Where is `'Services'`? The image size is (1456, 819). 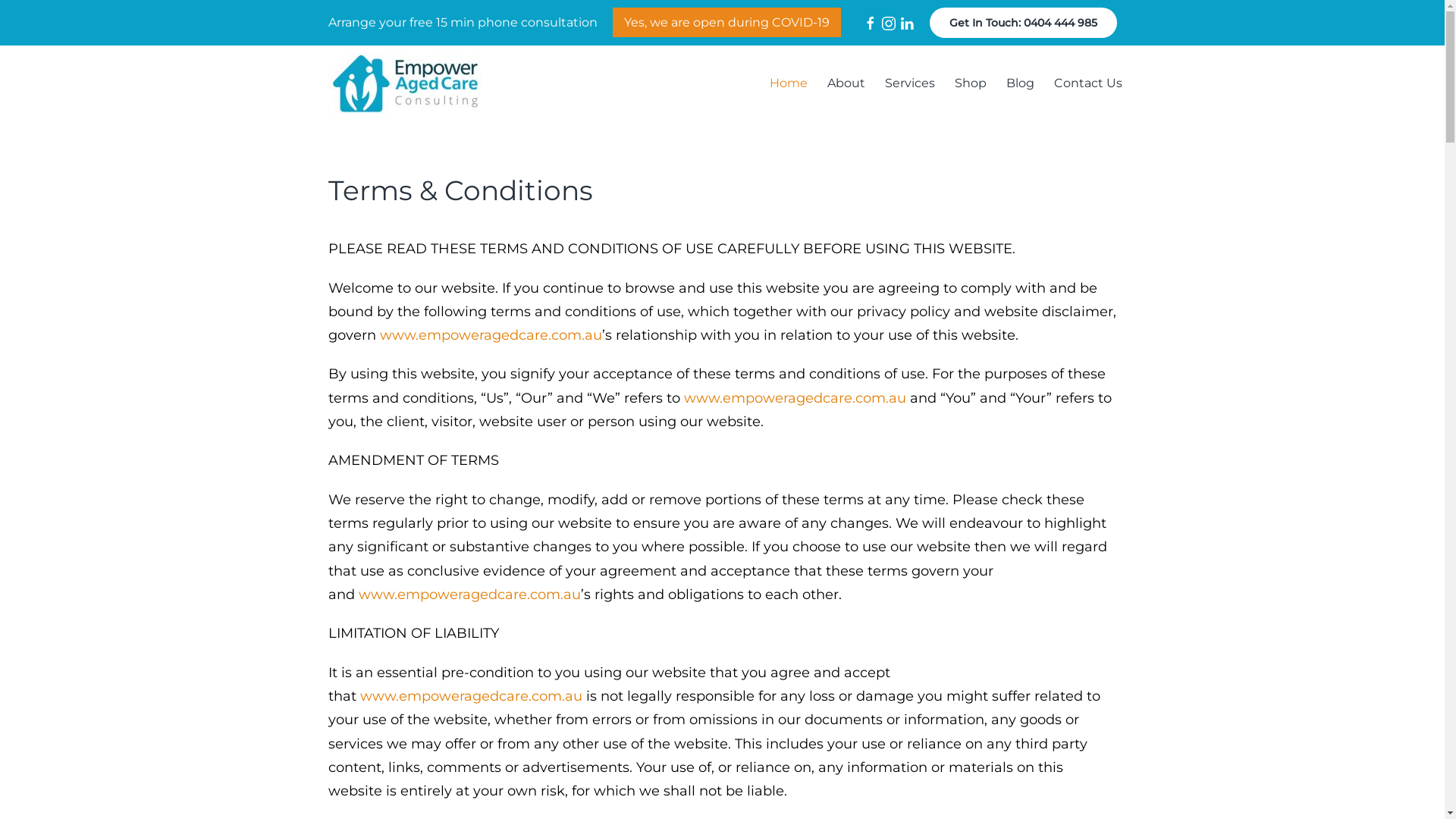
'Services' is located at coordinates (910, 83).